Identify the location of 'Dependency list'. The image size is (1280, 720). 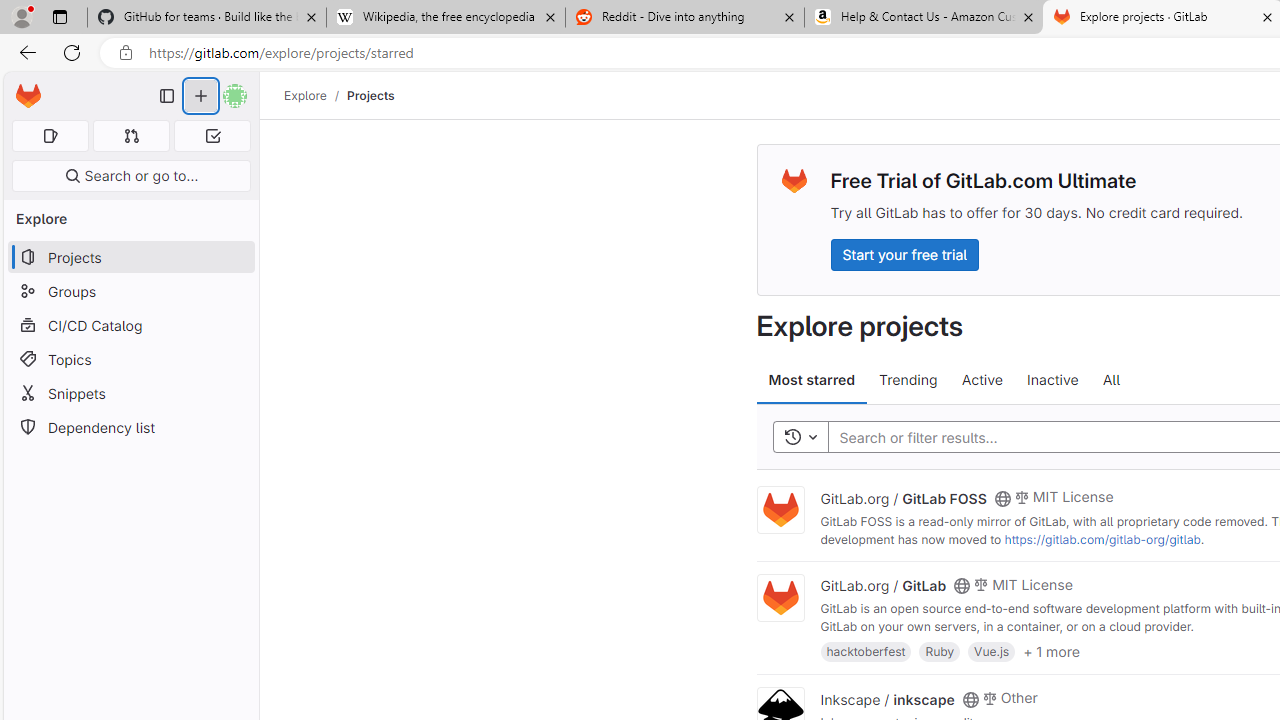
(130, 426).